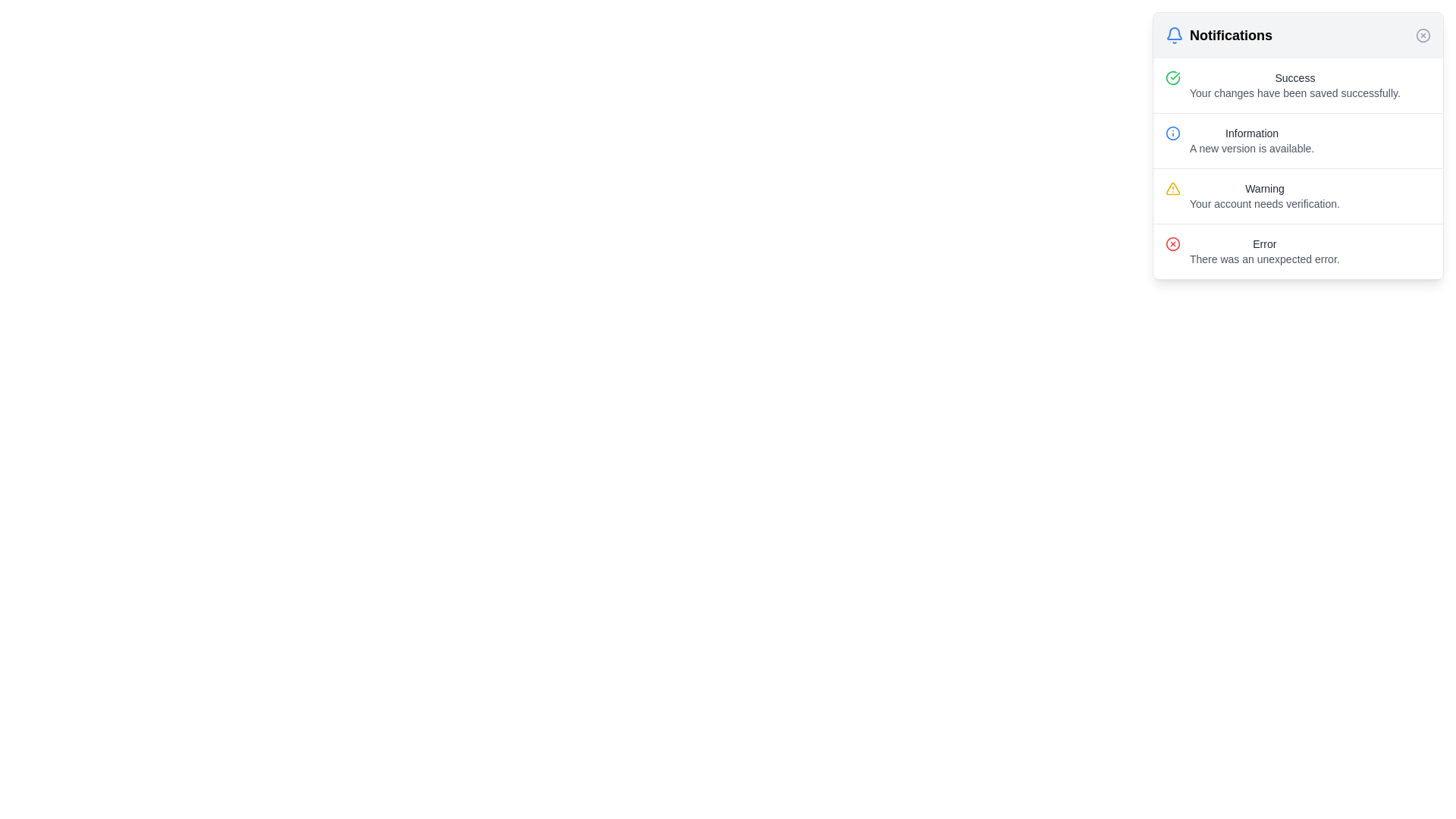  What do you see at coordinates (1172, 78) in the screenshot?
I see `the circular green checkmark icon located to the left of the 'Success' notification message` at bounding box center [1172, 78].